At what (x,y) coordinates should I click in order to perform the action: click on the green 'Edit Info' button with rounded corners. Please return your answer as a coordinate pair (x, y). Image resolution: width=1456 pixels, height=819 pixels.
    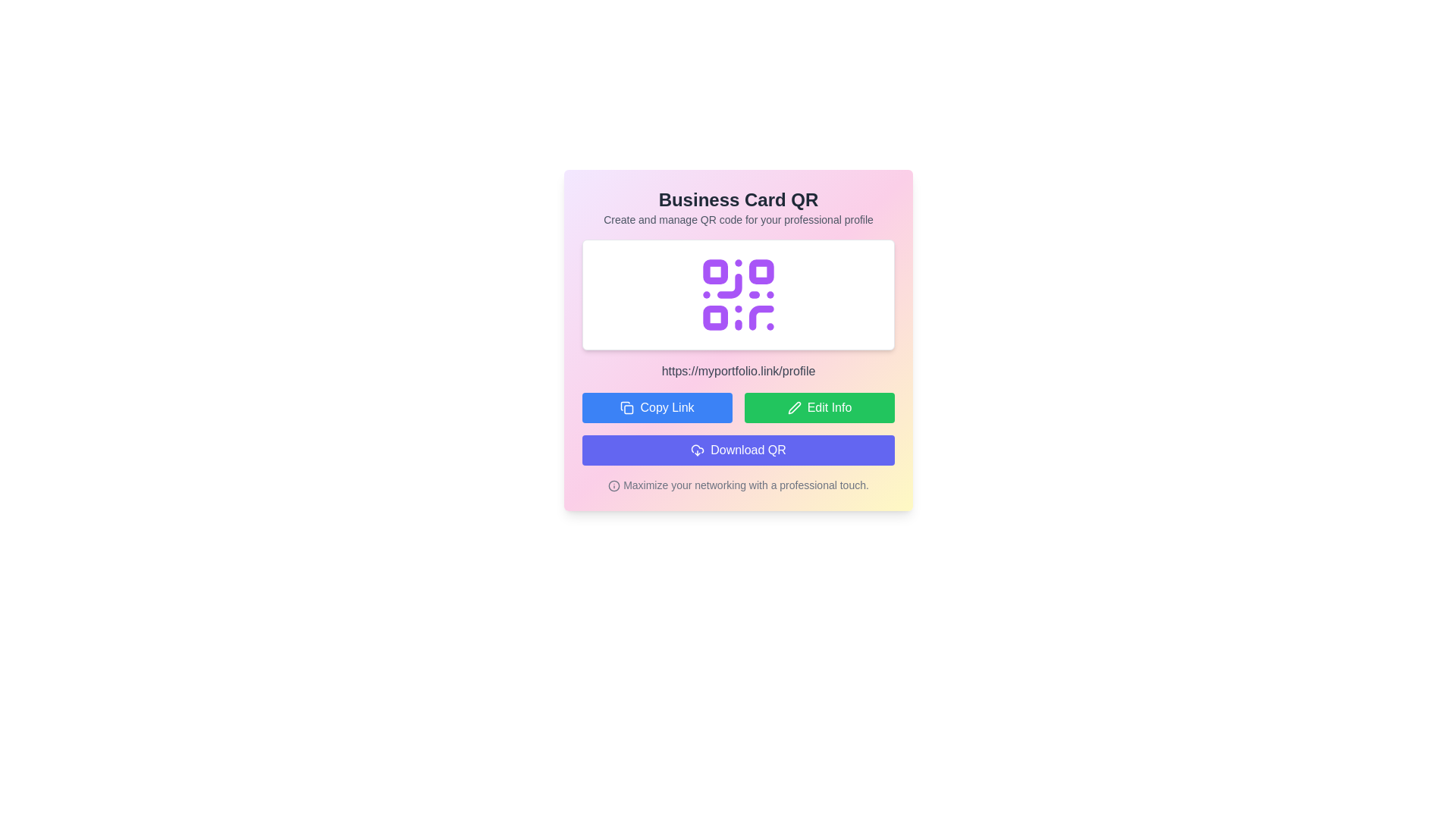
    Looking at the image, I should click on (818, 406).